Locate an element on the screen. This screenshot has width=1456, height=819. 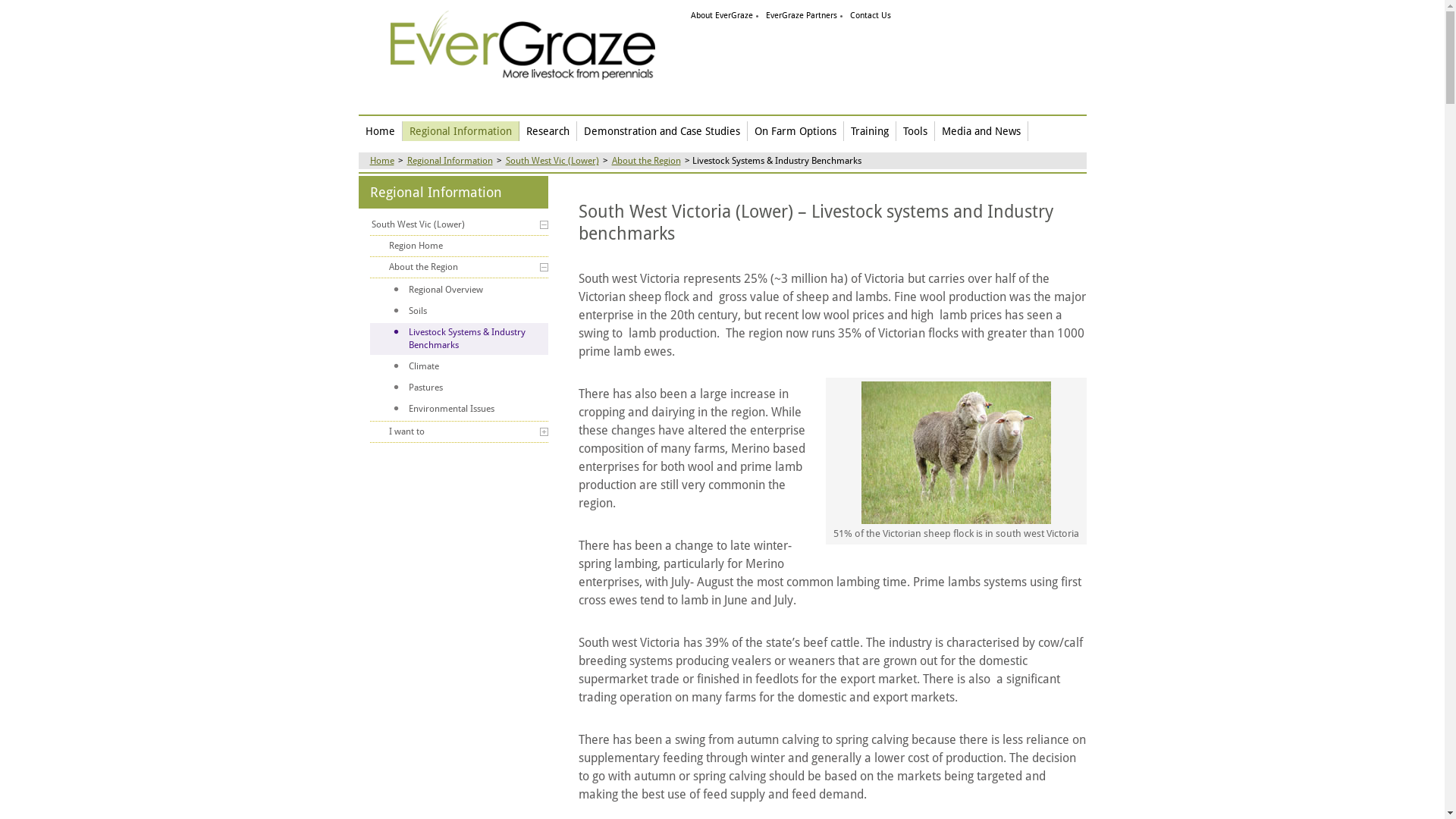
'About the Region' is located at coordinates (645, 161).